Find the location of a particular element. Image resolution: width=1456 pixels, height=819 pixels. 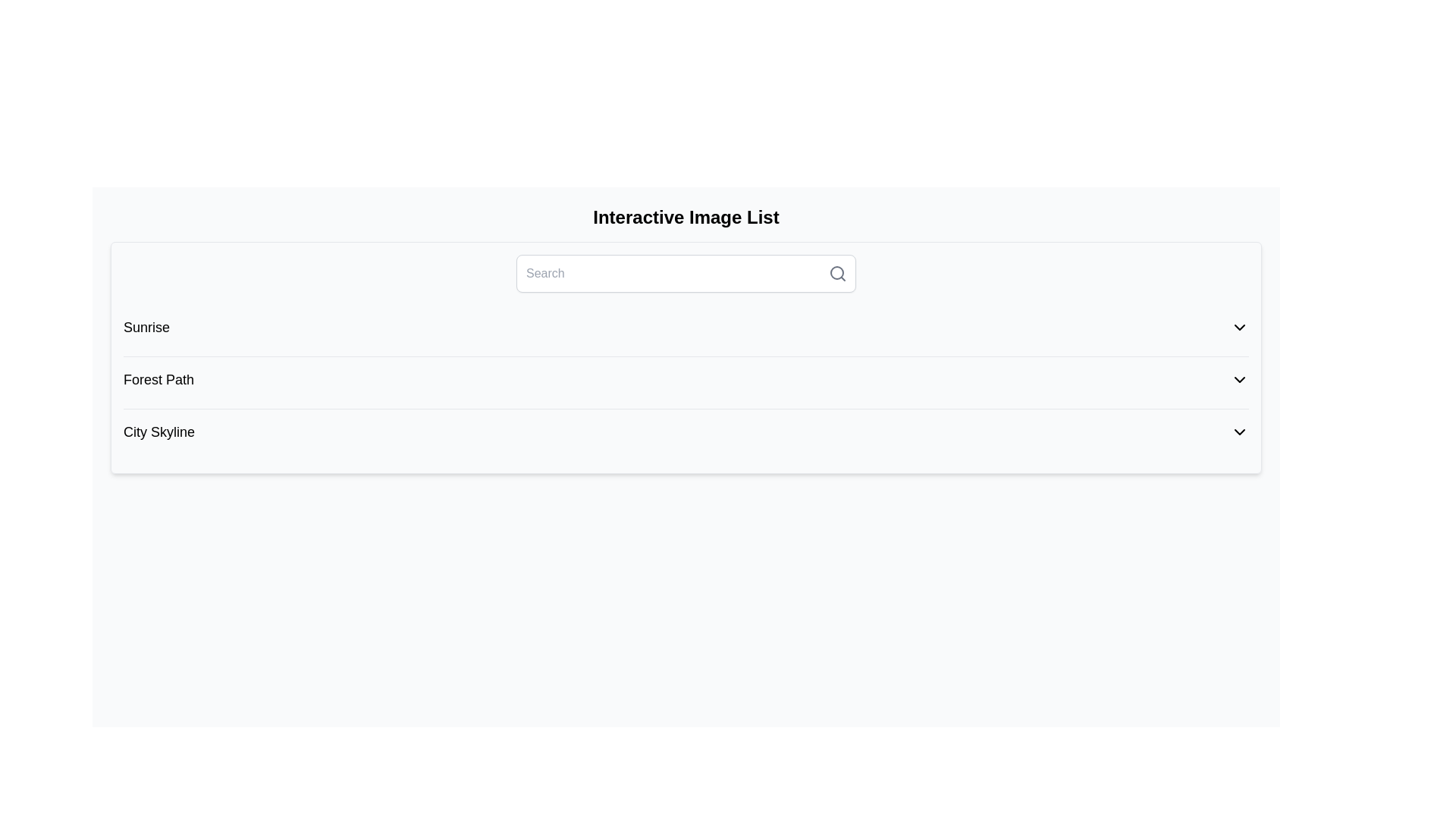

the 'City Skyline' button located at the bottom of the list is located at coordinates (686, 432).